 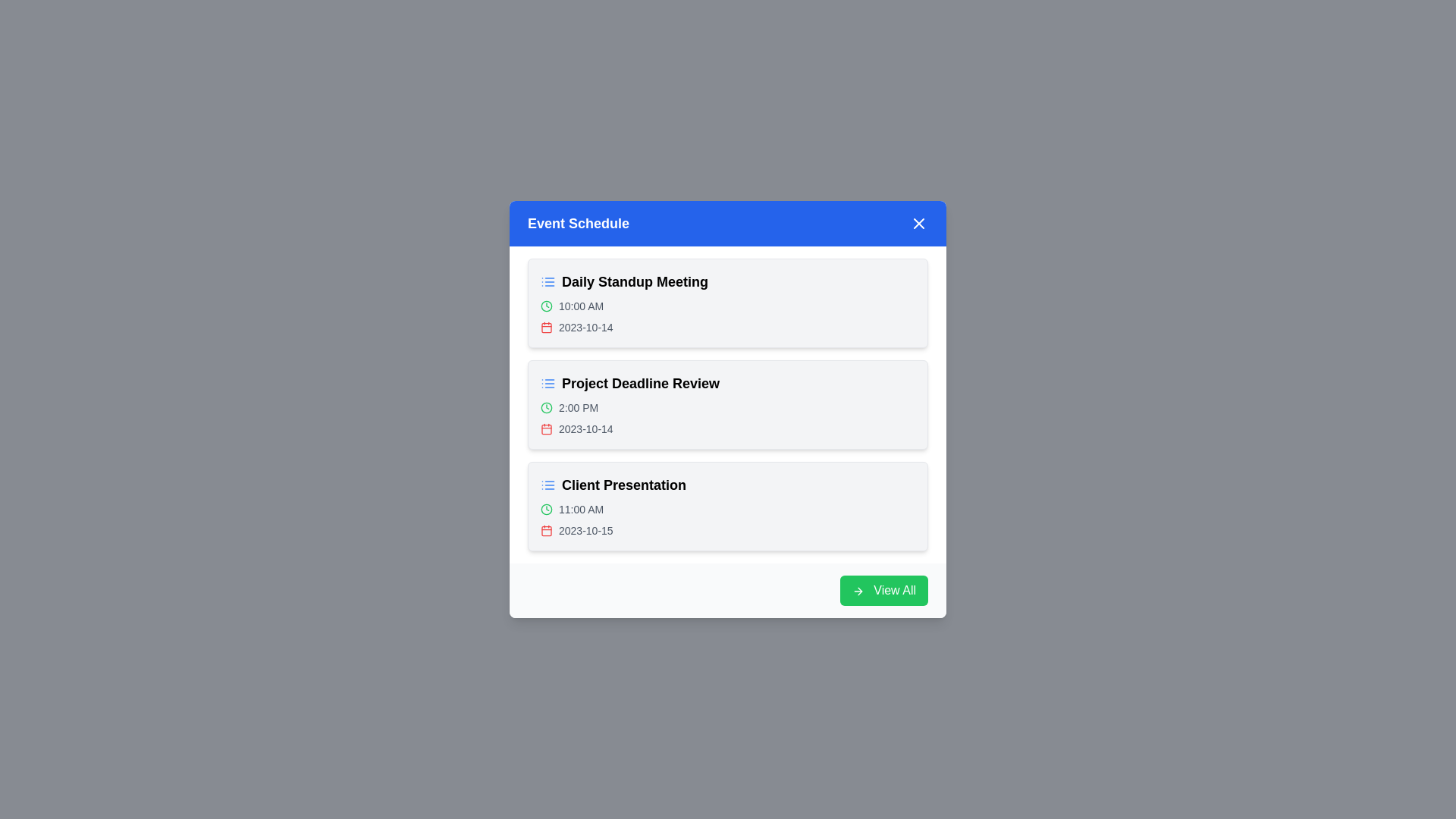 I want to click on the small interactive button represented by an 'X' icon, styled in white against a blue background, located in the top-right corner of the 'Event Schedule' header, so click(x=918, y=223).